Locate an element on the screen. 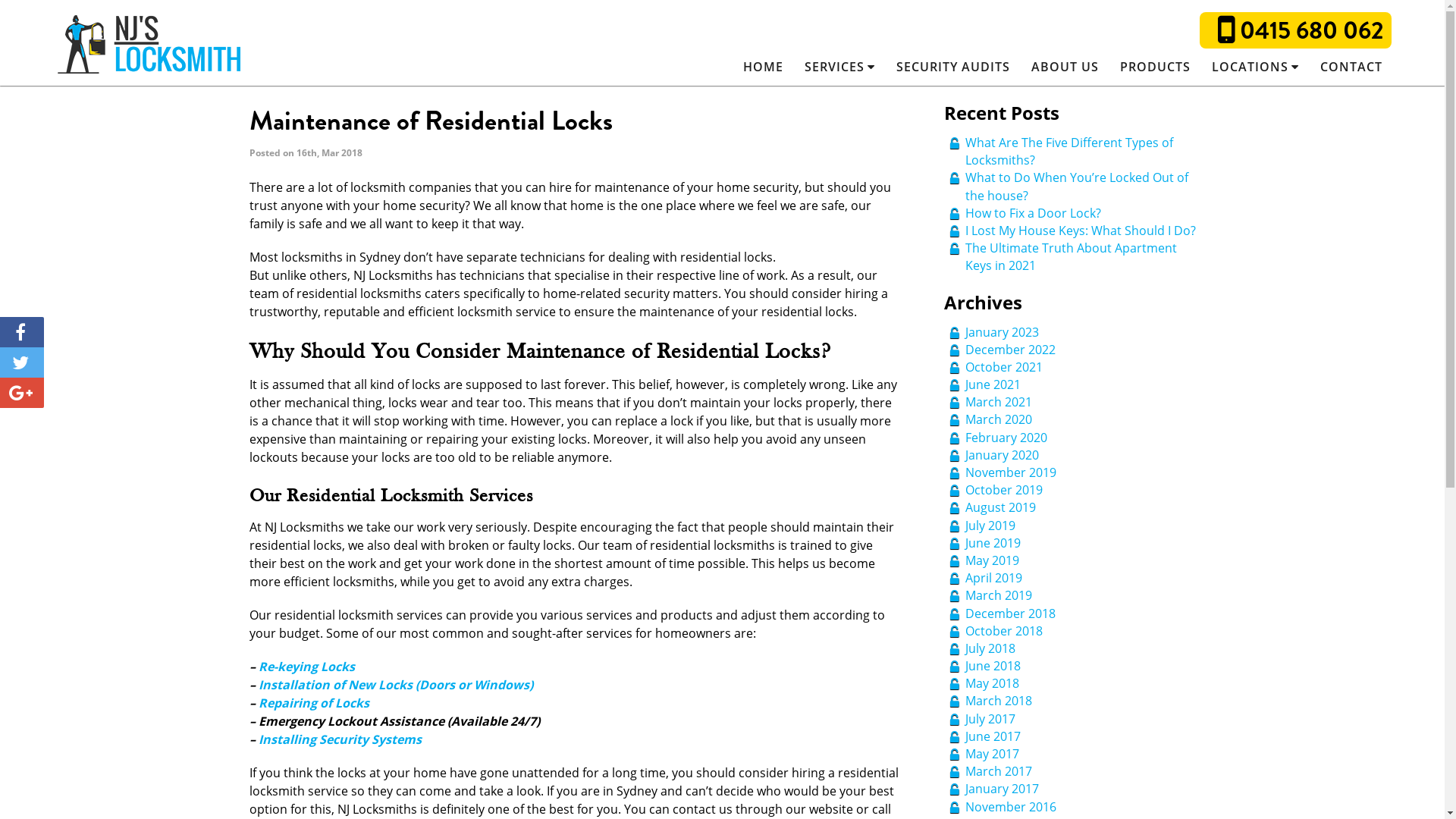 This screenshot has width=1456, height=819. 'NJ's Locksmiths Sydney' is located at coordinates (149, 44).